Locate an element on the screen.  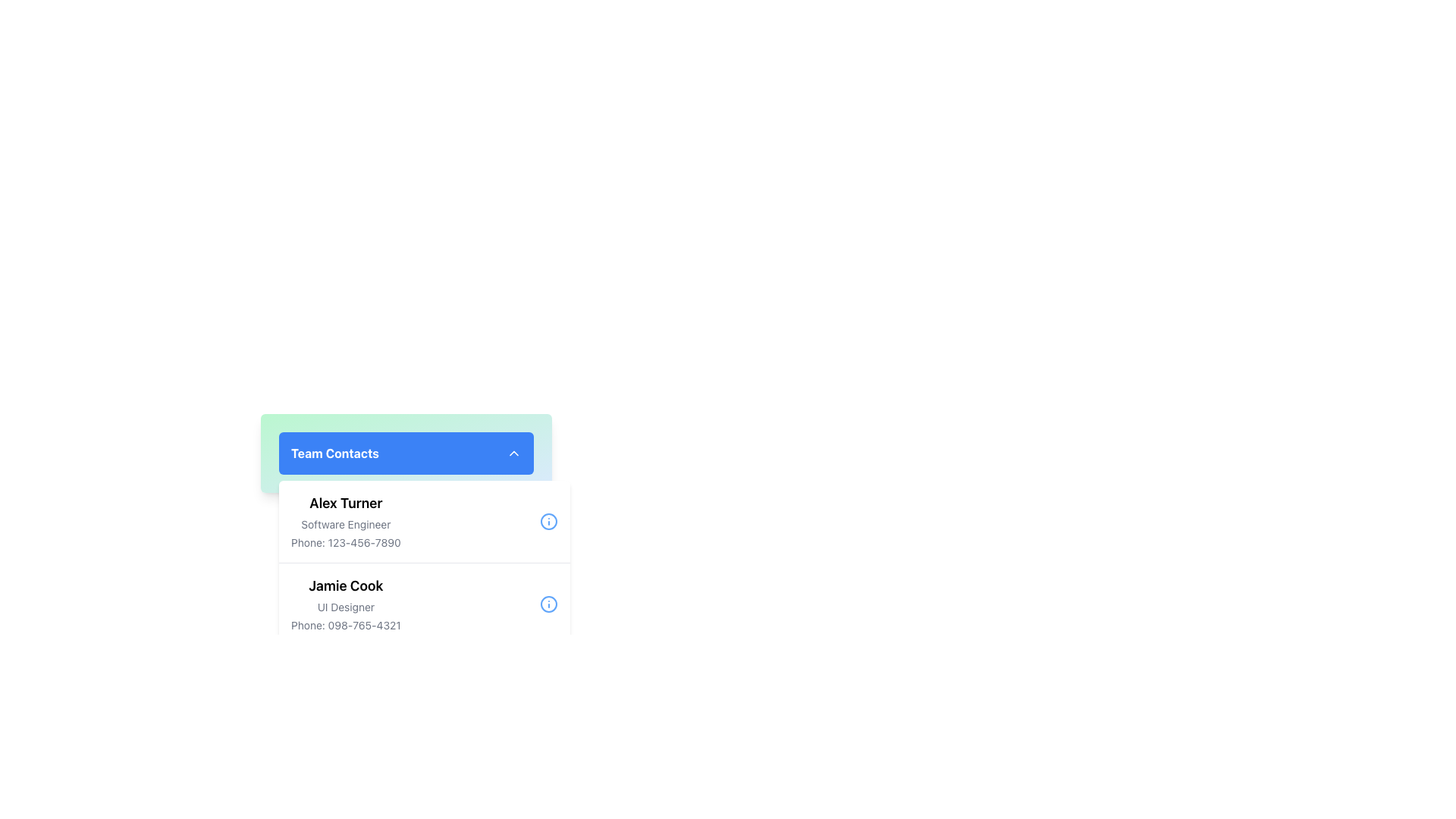
displayed text of the Text Label indicating the job title of 'Alex Turner', located below the name and above the phone number in the 'Team Contacts' section is located at coordinates (345, 523).